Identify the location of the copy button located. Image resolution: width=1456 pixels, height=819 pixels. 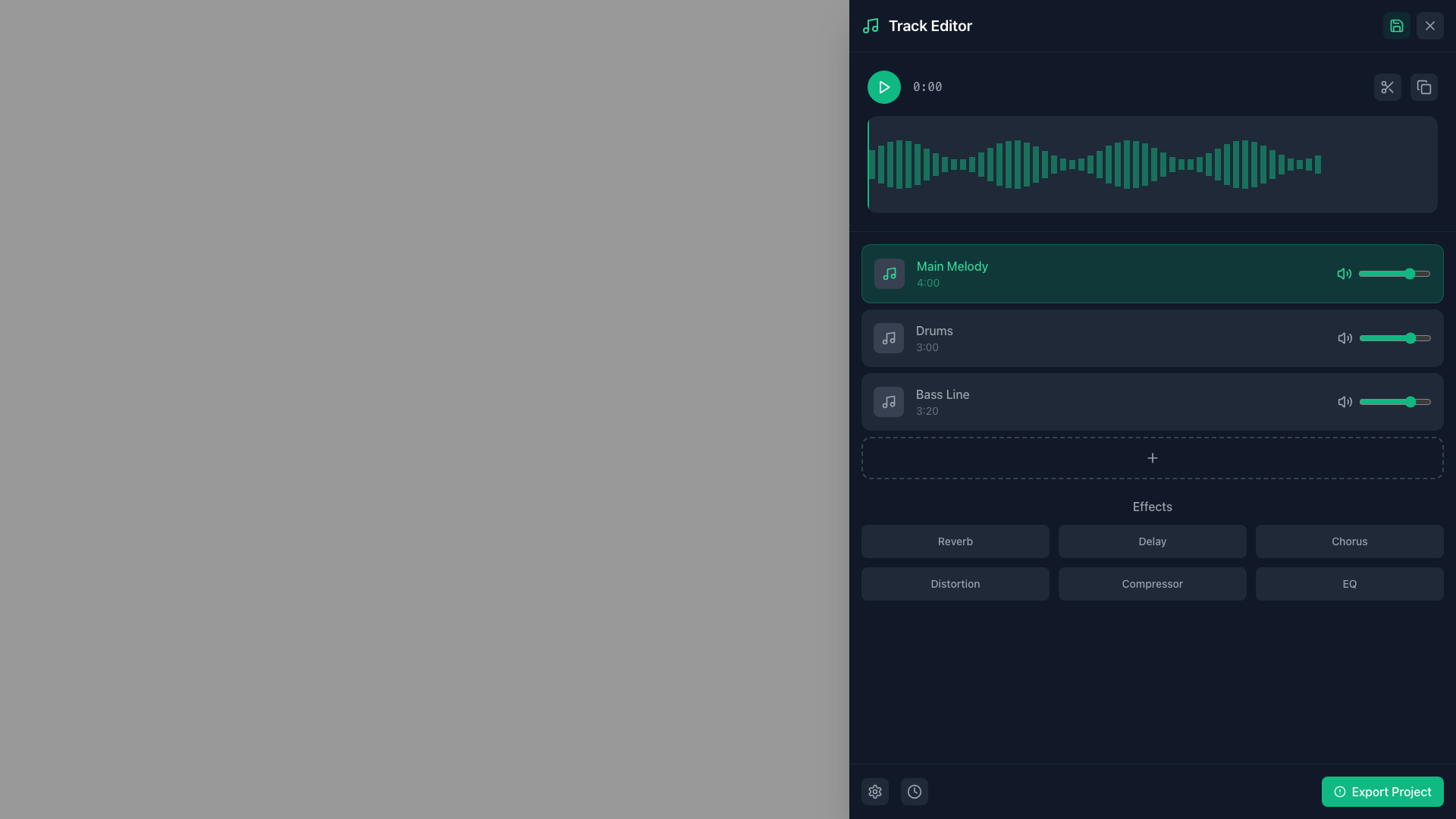
(1423, 87).